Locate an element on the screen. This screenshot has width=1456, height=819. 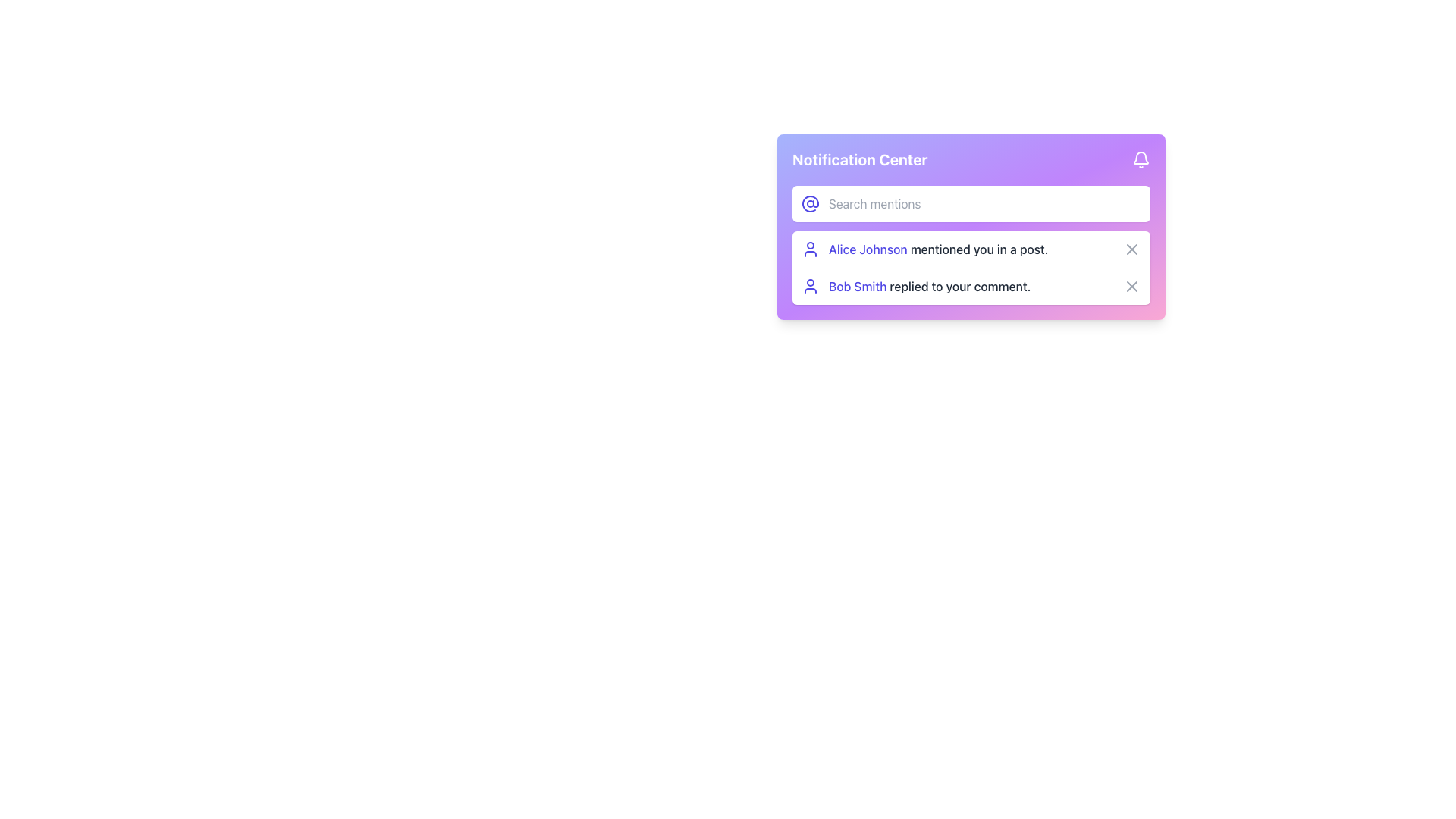
the notification indicator icon, represented by a bell symbol, located in the top-right corner of the notification panel is located at coordinates (1141, 158).